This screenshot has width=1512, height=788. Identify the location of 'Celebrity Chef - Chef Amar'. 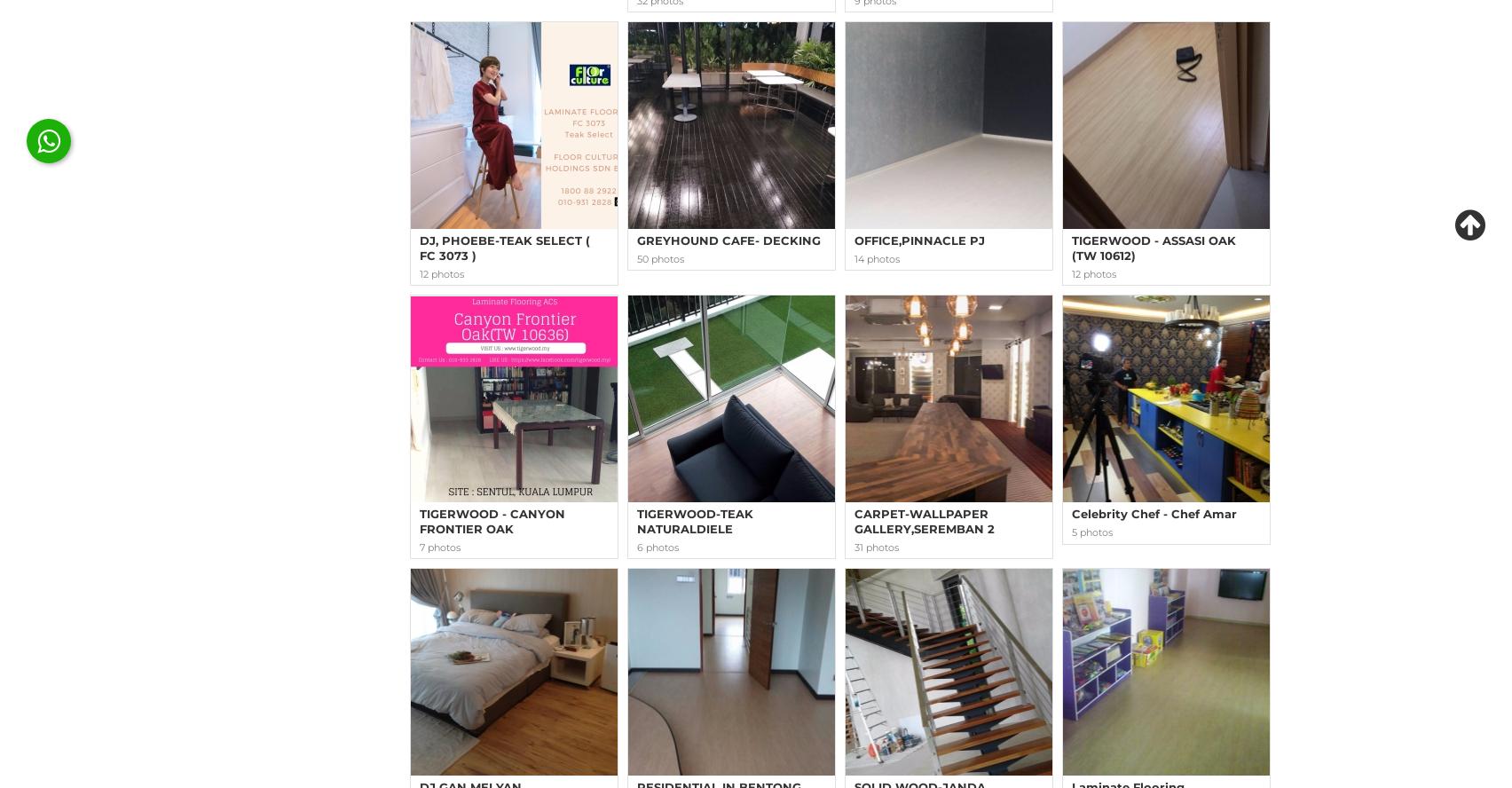
(1154, 513).